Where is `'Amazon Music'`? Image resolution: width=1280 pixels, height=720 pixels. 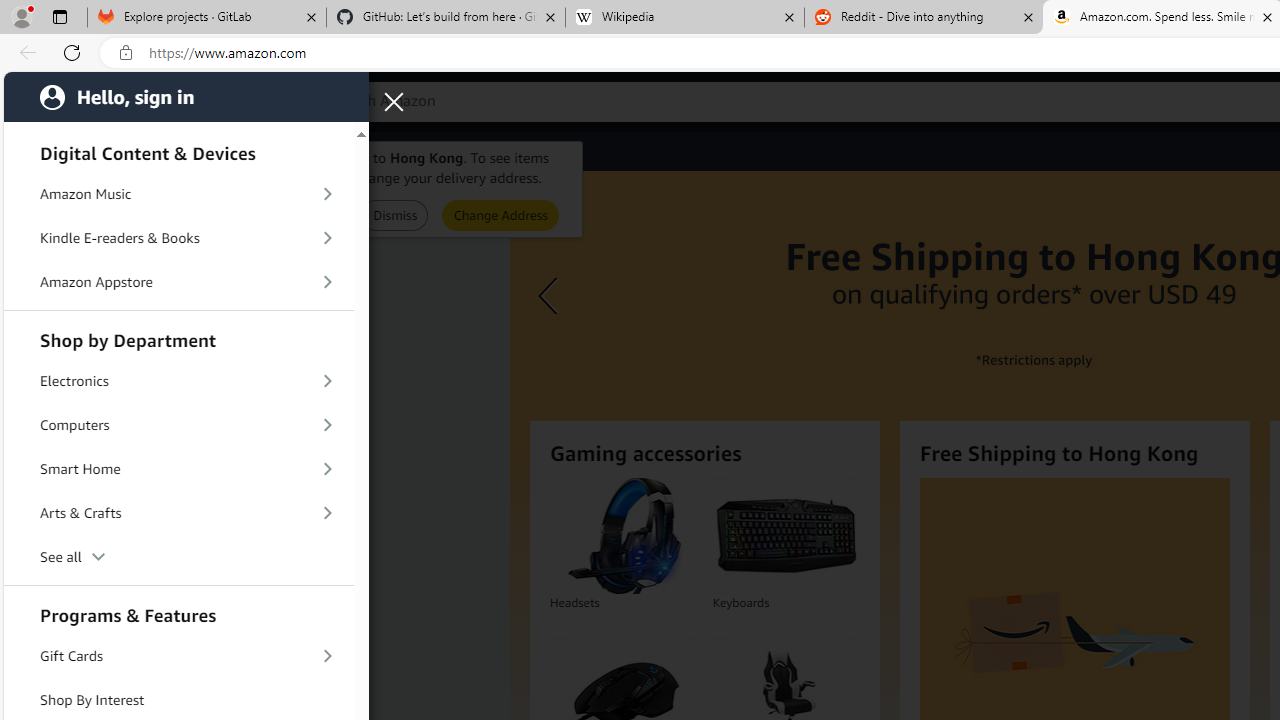
'Amazon Music' is located at coordinates (179, 194).